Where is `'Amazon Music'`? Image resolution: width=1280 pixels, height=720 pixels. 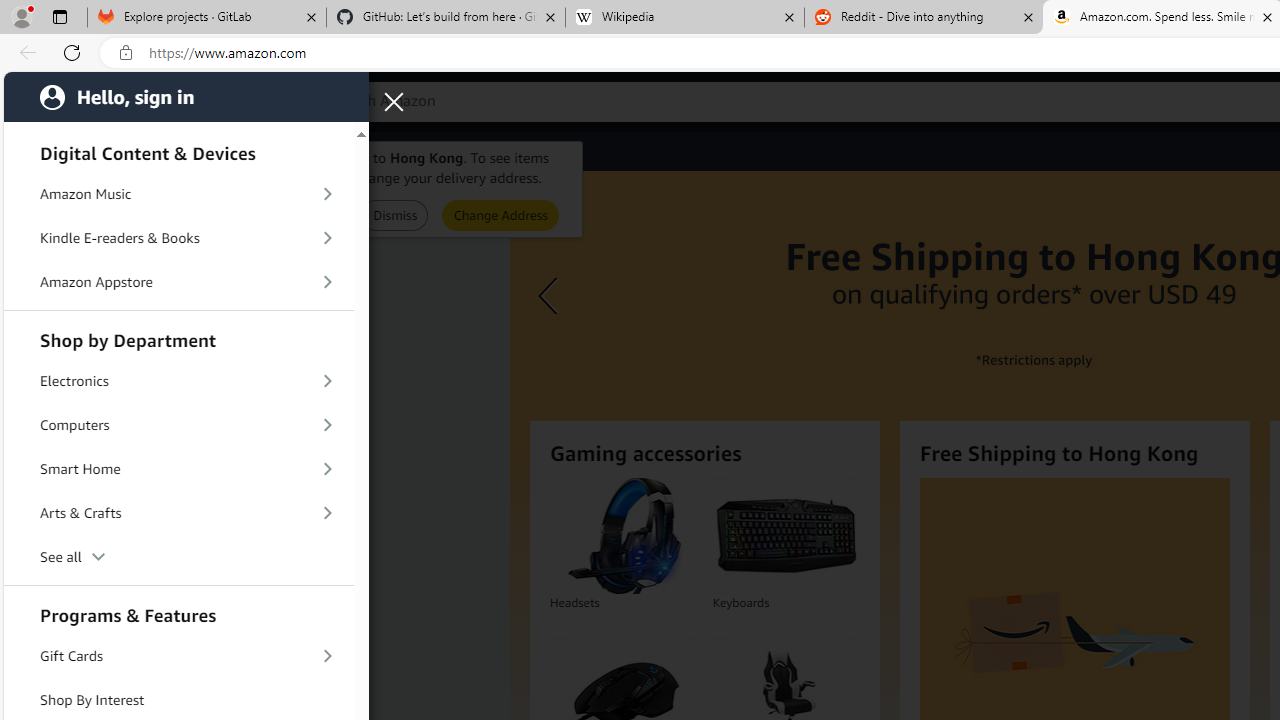
'Amazon Music' is located at coordinates (179, 194).